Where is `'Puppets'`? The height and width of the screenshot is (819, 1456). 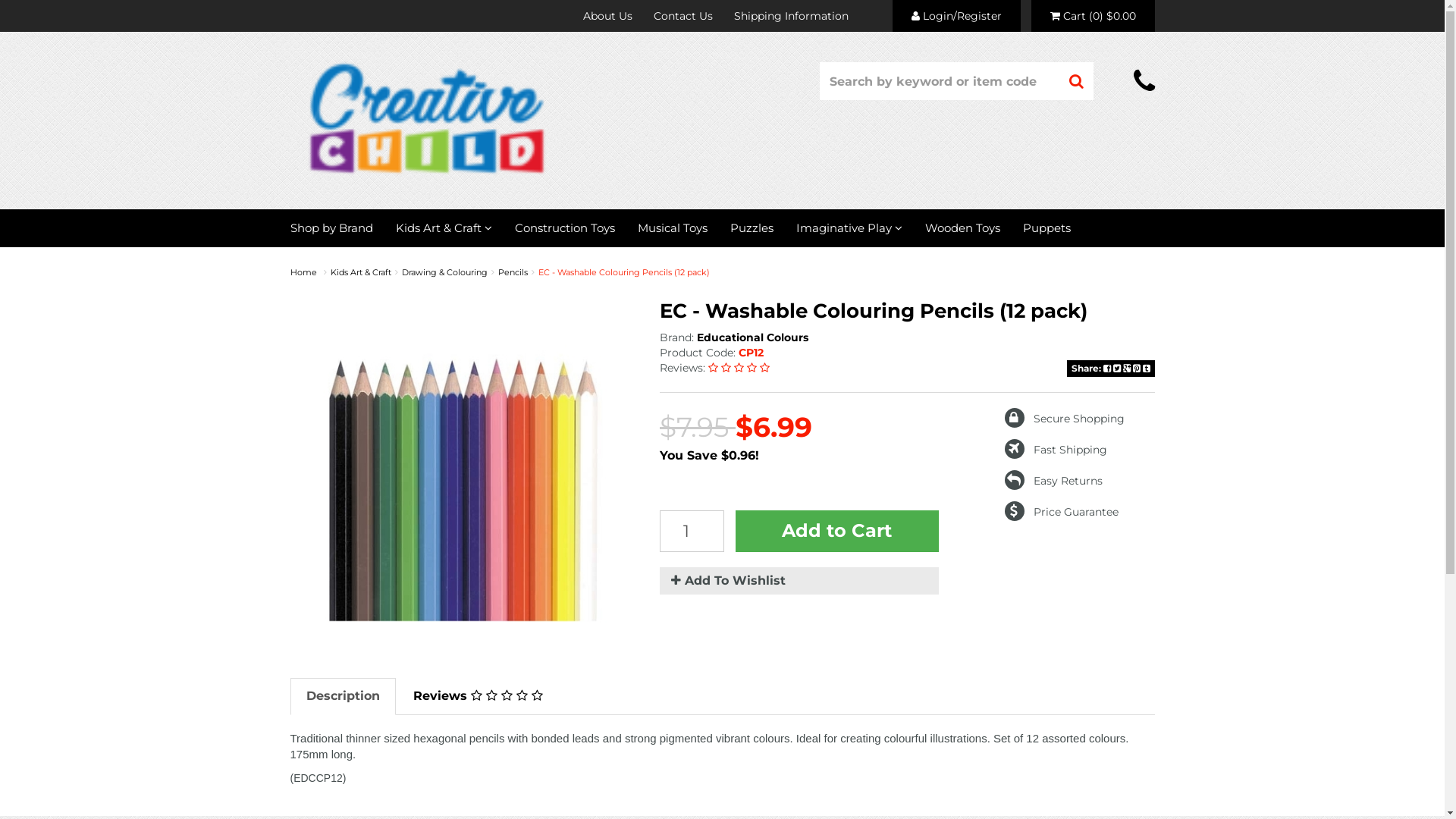 'Puppets' is located at coordinates (1046, 227).